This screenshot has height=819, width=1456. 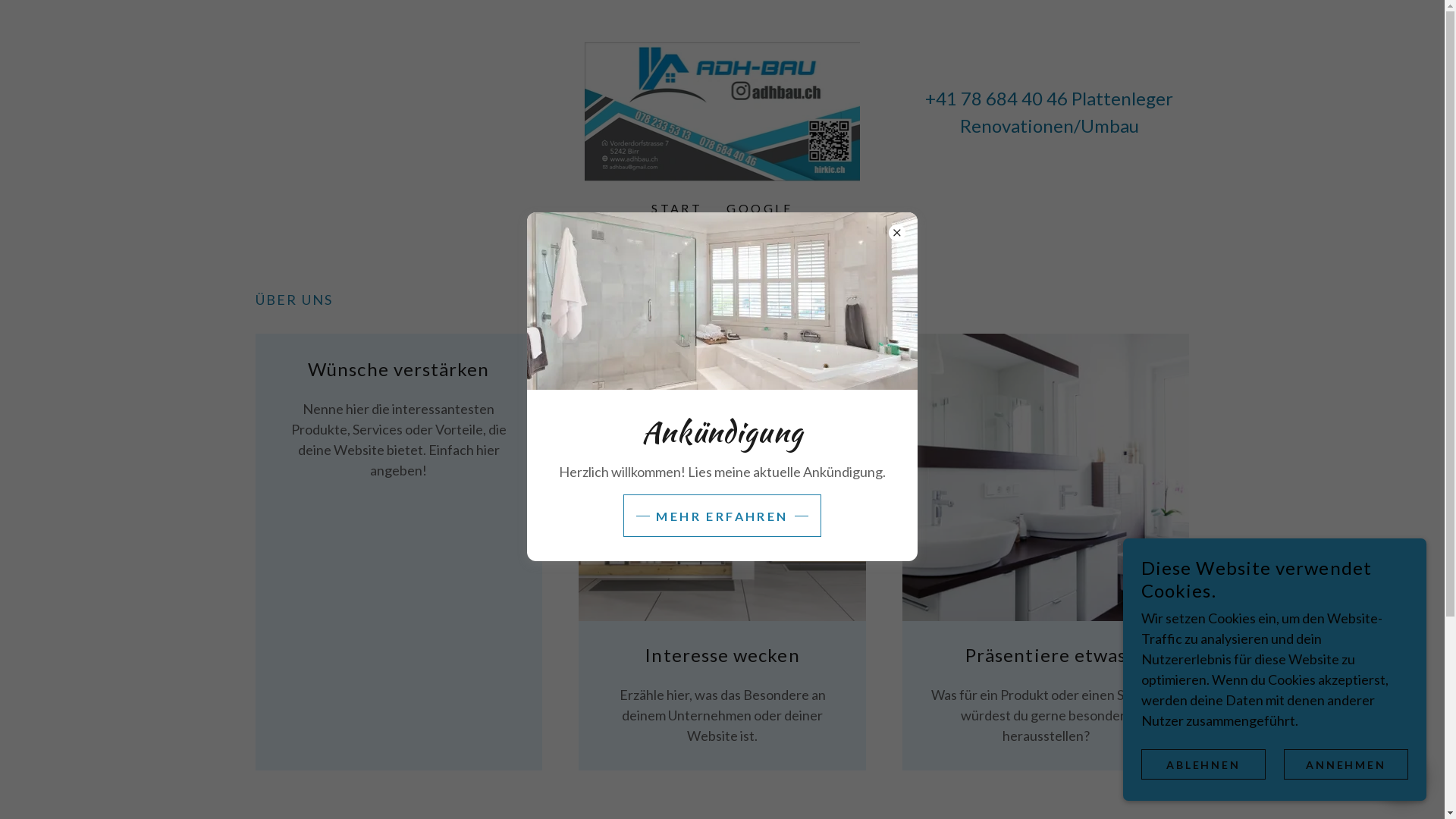 I want to click on ' ADH-BAU, so click(x=722, y=109).